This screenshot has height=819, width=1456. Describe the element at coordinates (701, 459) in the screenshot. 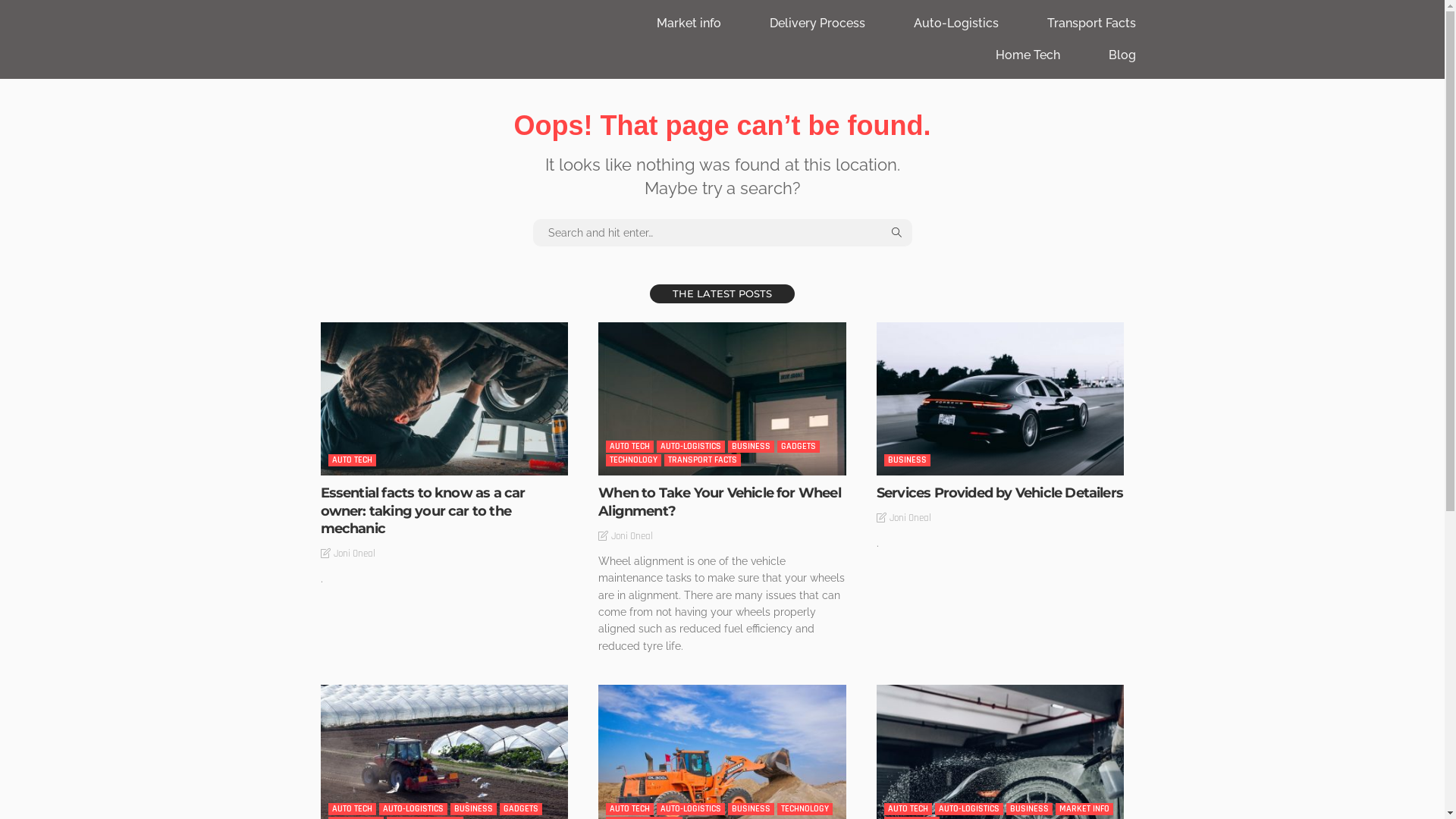

I see `'TRANSPORT FACTS'` at that location.